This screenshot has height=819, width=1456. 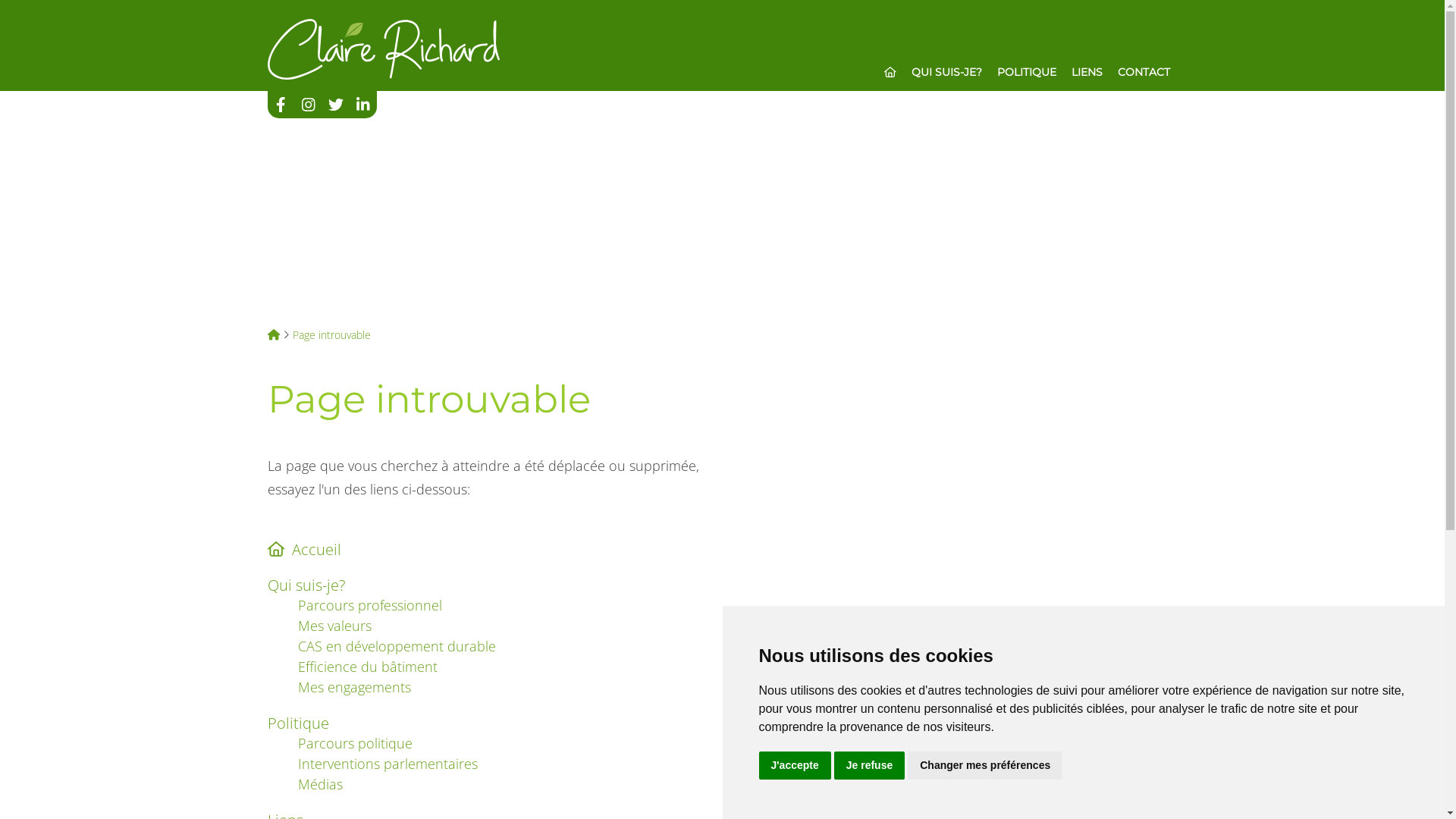 I want to click on 'Mes engagements', so click(x=353, y=687).